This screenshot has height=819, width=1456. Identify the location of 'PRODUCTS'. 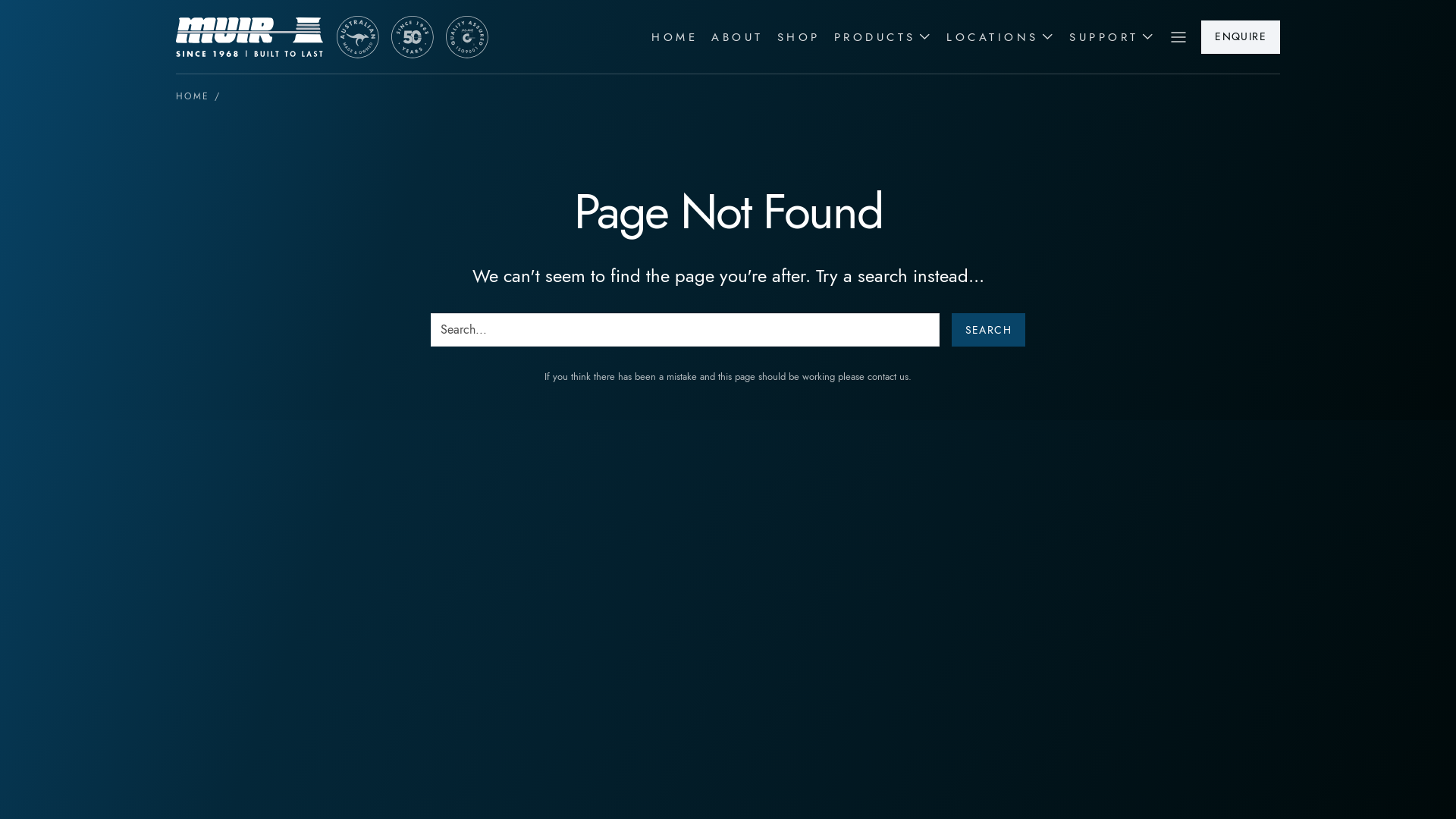
(874, 36).